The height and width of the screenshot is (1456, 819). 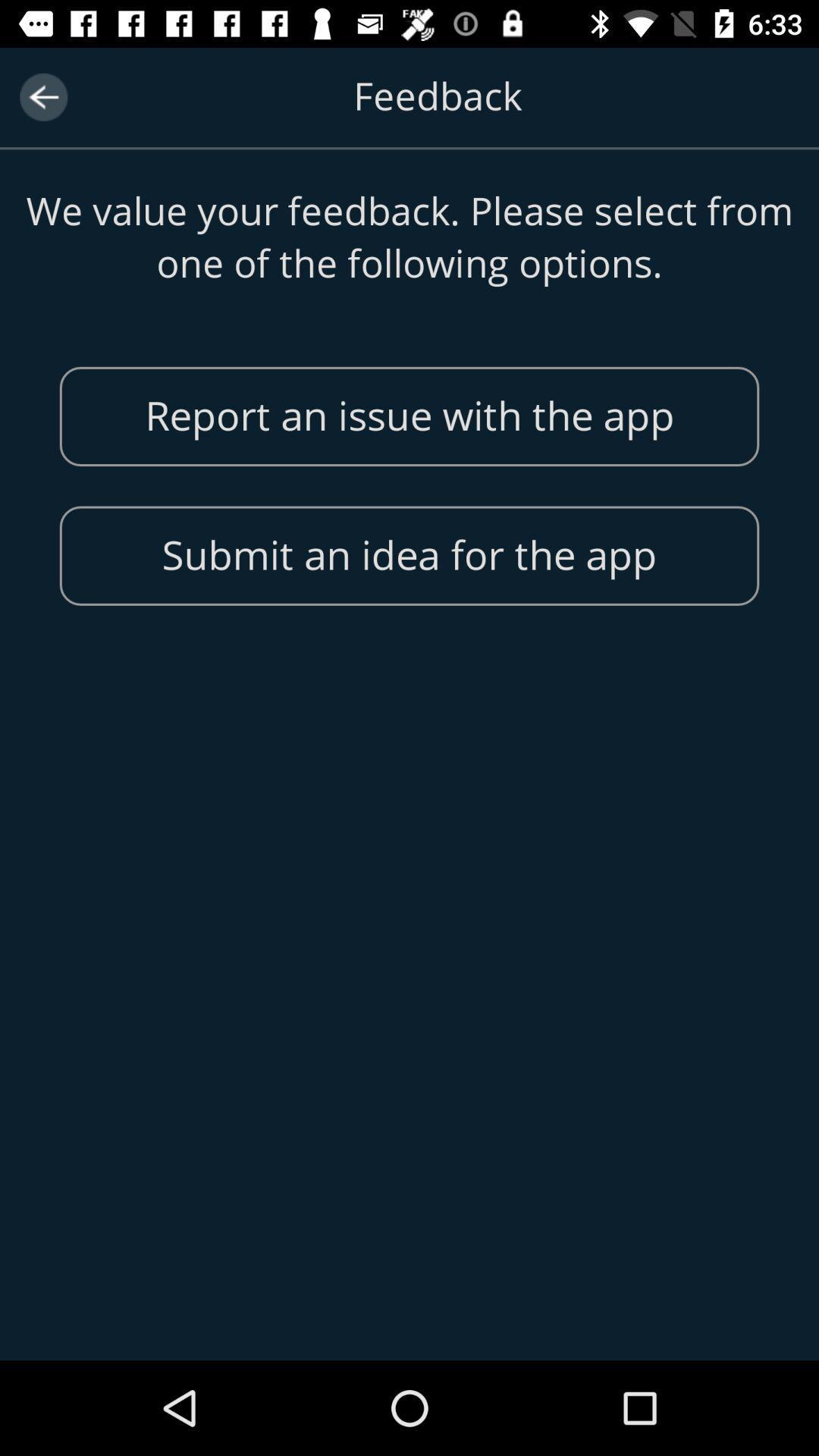 What do you see at coordinates (42, 96) in the screenshot?
I see `the arrow_backward icon` at bounding box center [42, 96].